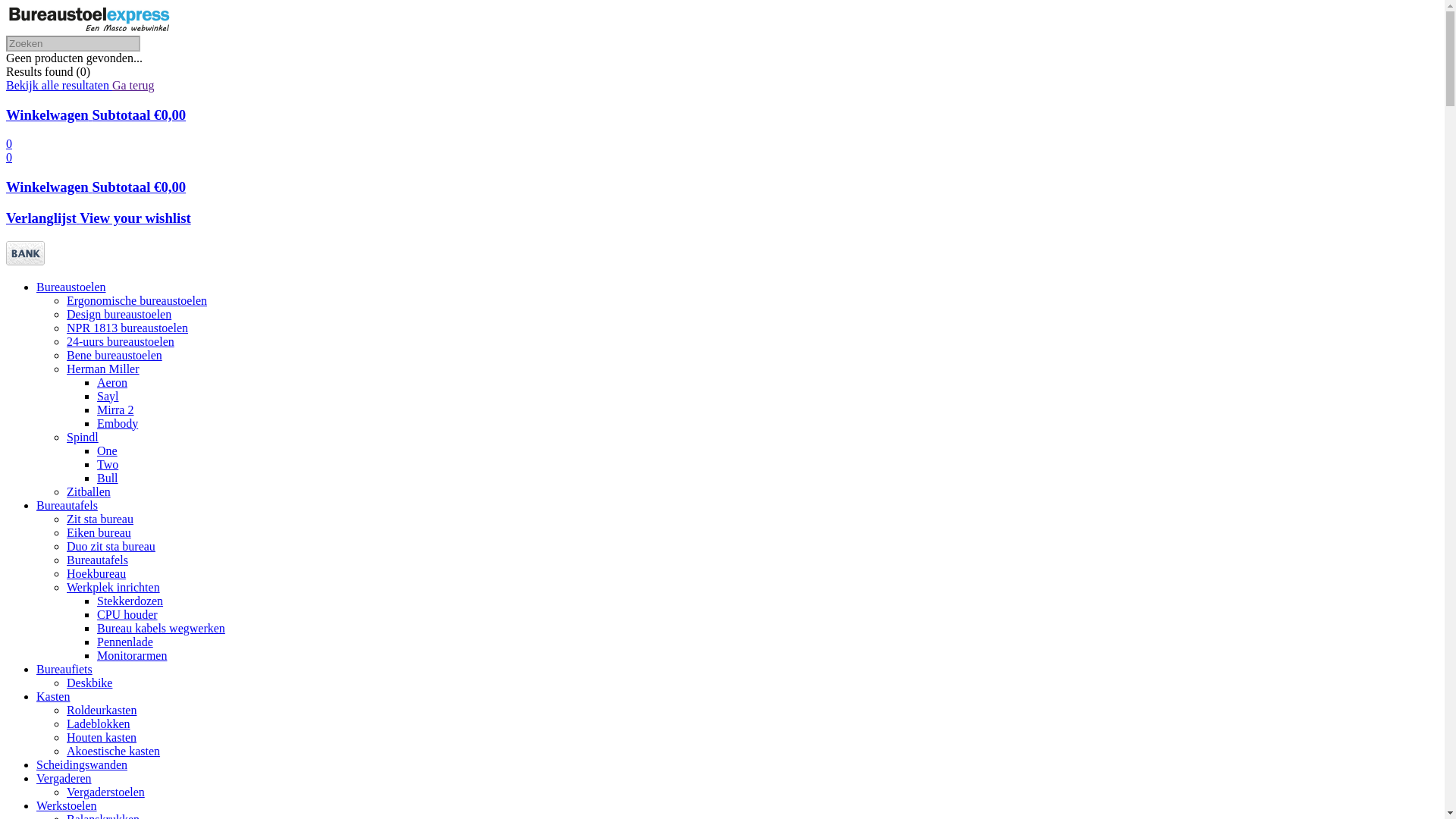 The width and height of the screenshot is (1456, 819). What do you see at coordinates (87, 491) in the screenshot?
I see `'Zitballen'` at bounding box center [87, 491].